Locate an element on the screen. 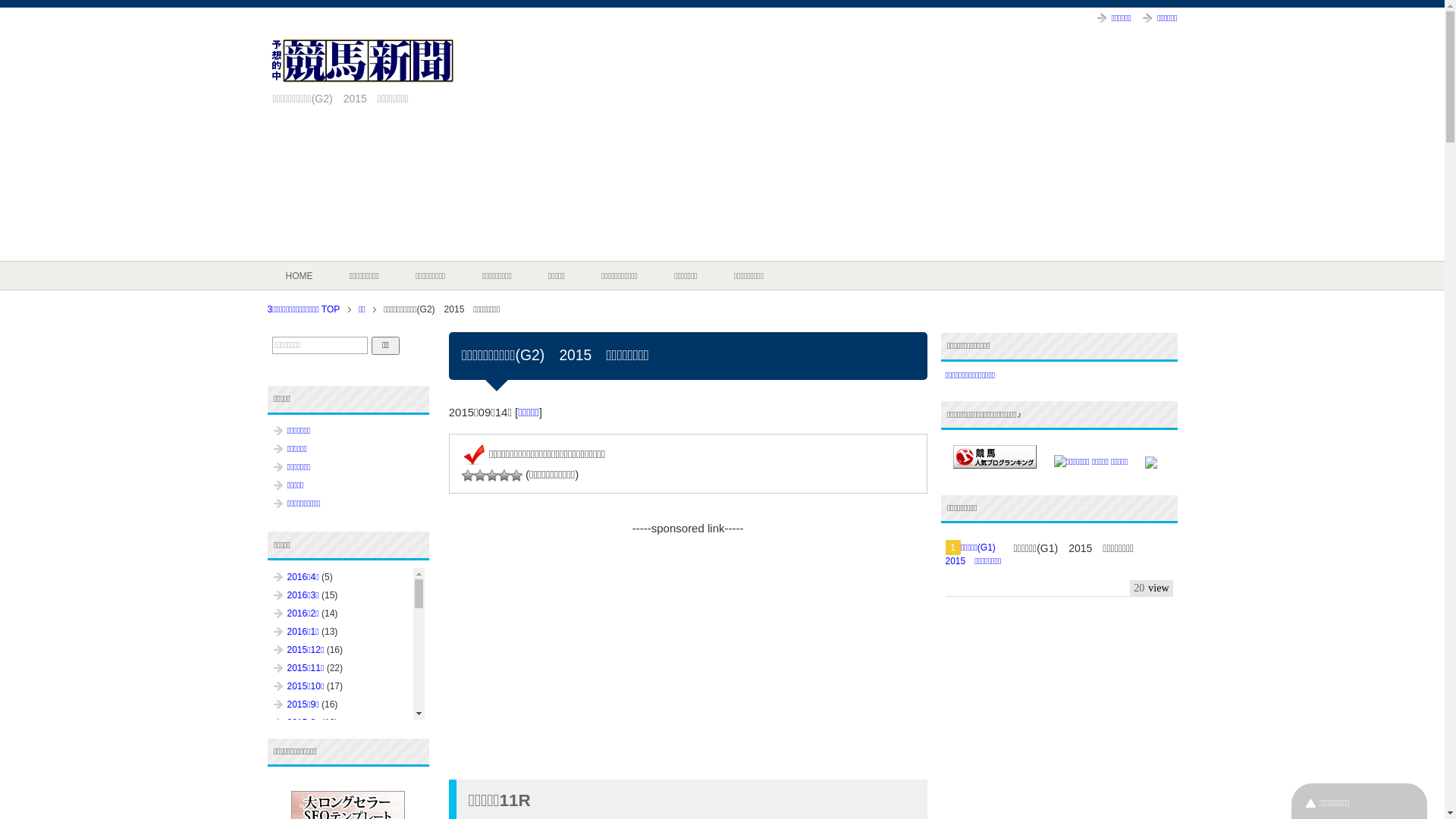 The image size is (1456, 819). 'HOME' is located at coordinates (298, 275).